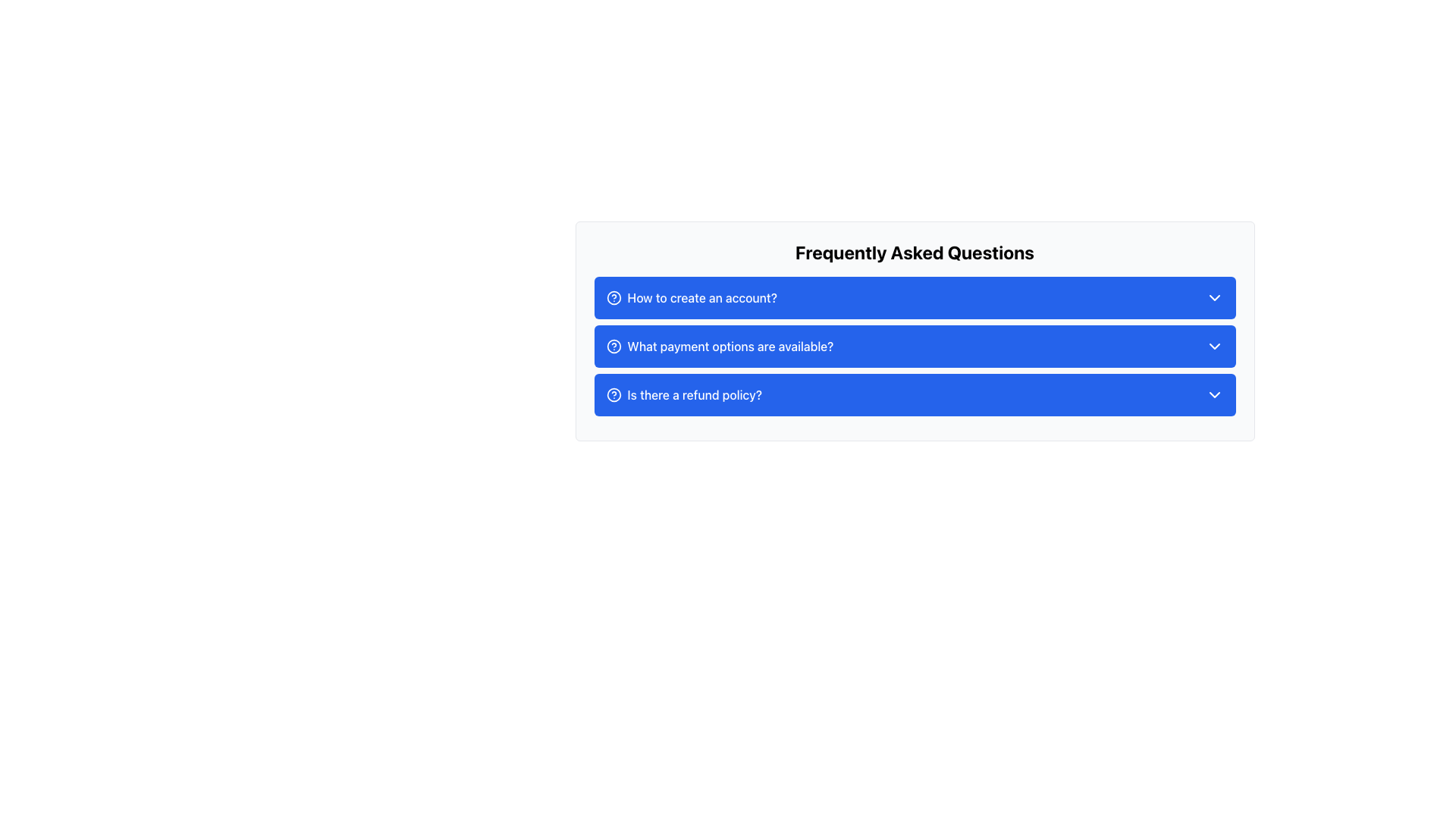 Image resolution: width=1456 pixels, height=819 pixels. Describe the element at coordinates (1214, 394) in the screenshot. I see `the downward-facing chevron icon button located at the far right end of the blue background button labeled 'Is there a refund policy?'` at that location.